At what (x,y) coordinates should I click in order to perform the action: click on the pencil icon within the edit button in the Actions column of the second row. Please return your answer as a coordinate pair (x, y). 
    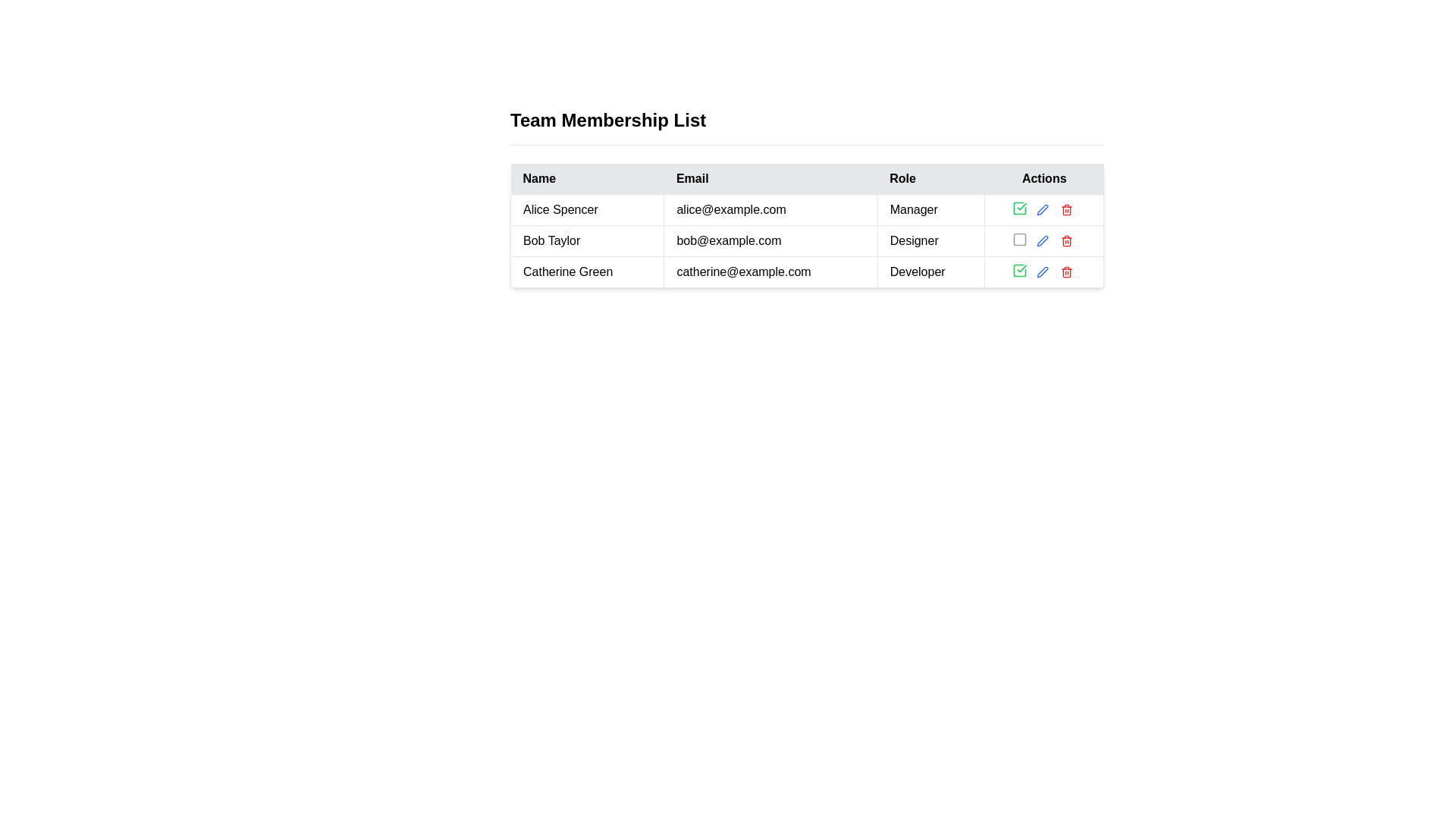
    Looking at the image, I should click on (1041, 210).